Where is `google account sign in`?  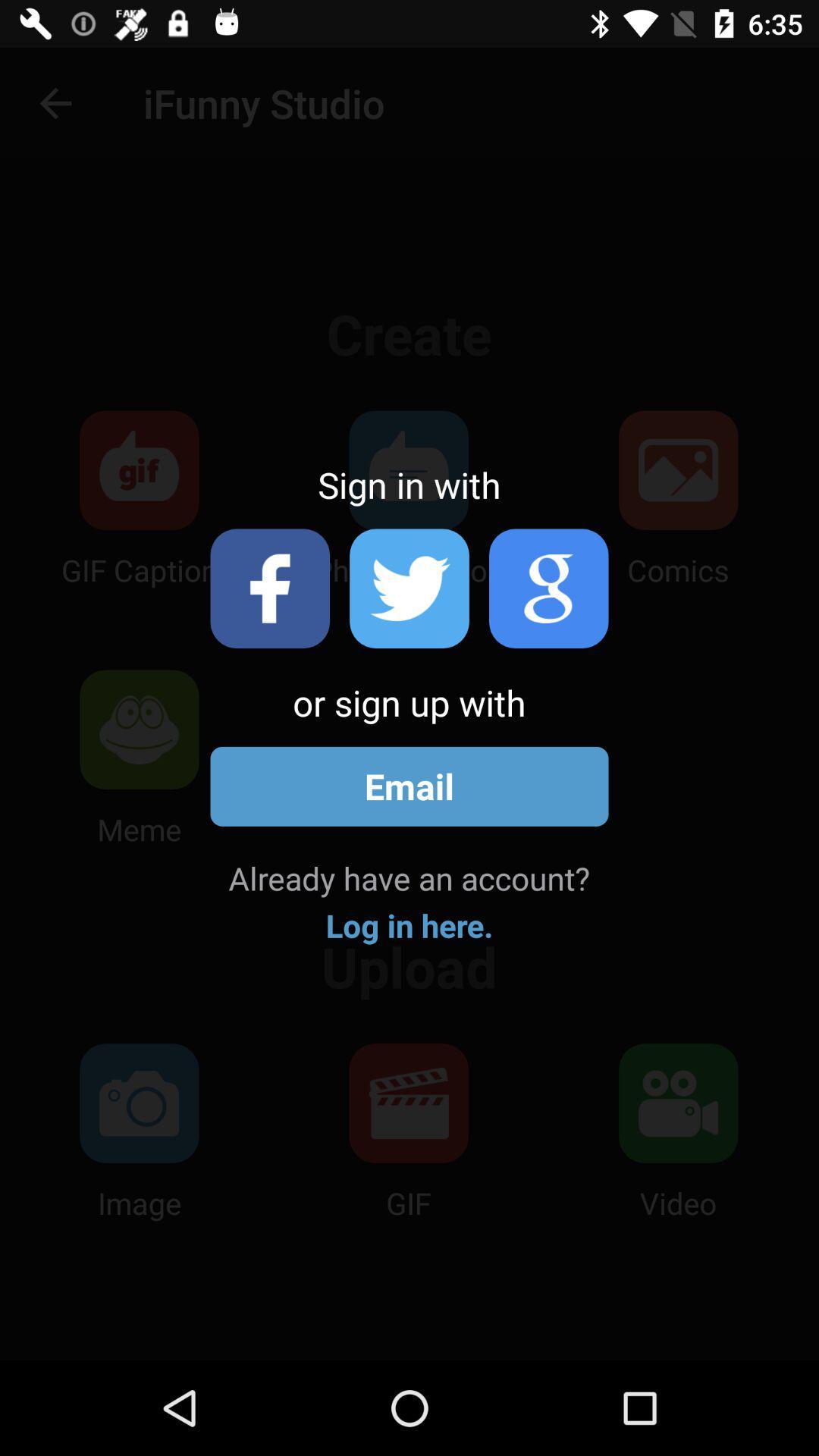 google account sign in is located at coordinates (548, 588).